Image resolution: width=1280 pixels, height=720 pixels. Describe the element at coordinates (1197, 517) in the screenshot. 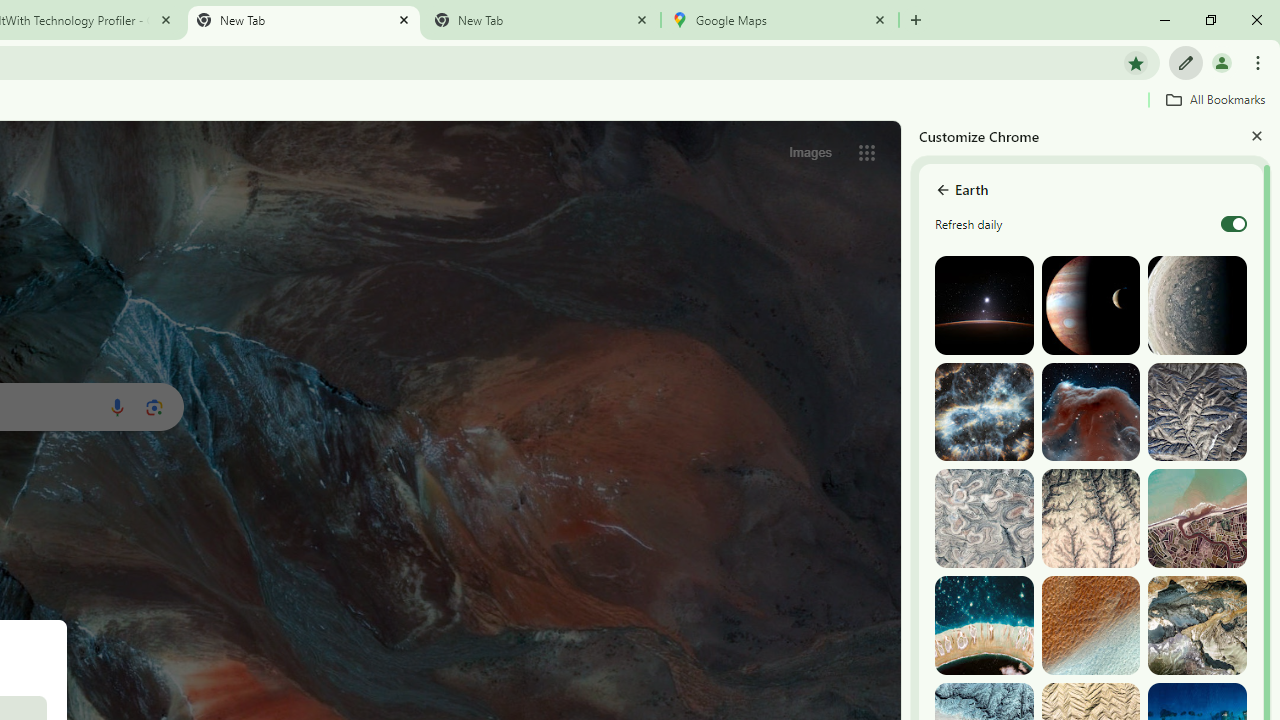

I see `'Nanggroe Aceh Darussalam, Indonesia'` at that location.